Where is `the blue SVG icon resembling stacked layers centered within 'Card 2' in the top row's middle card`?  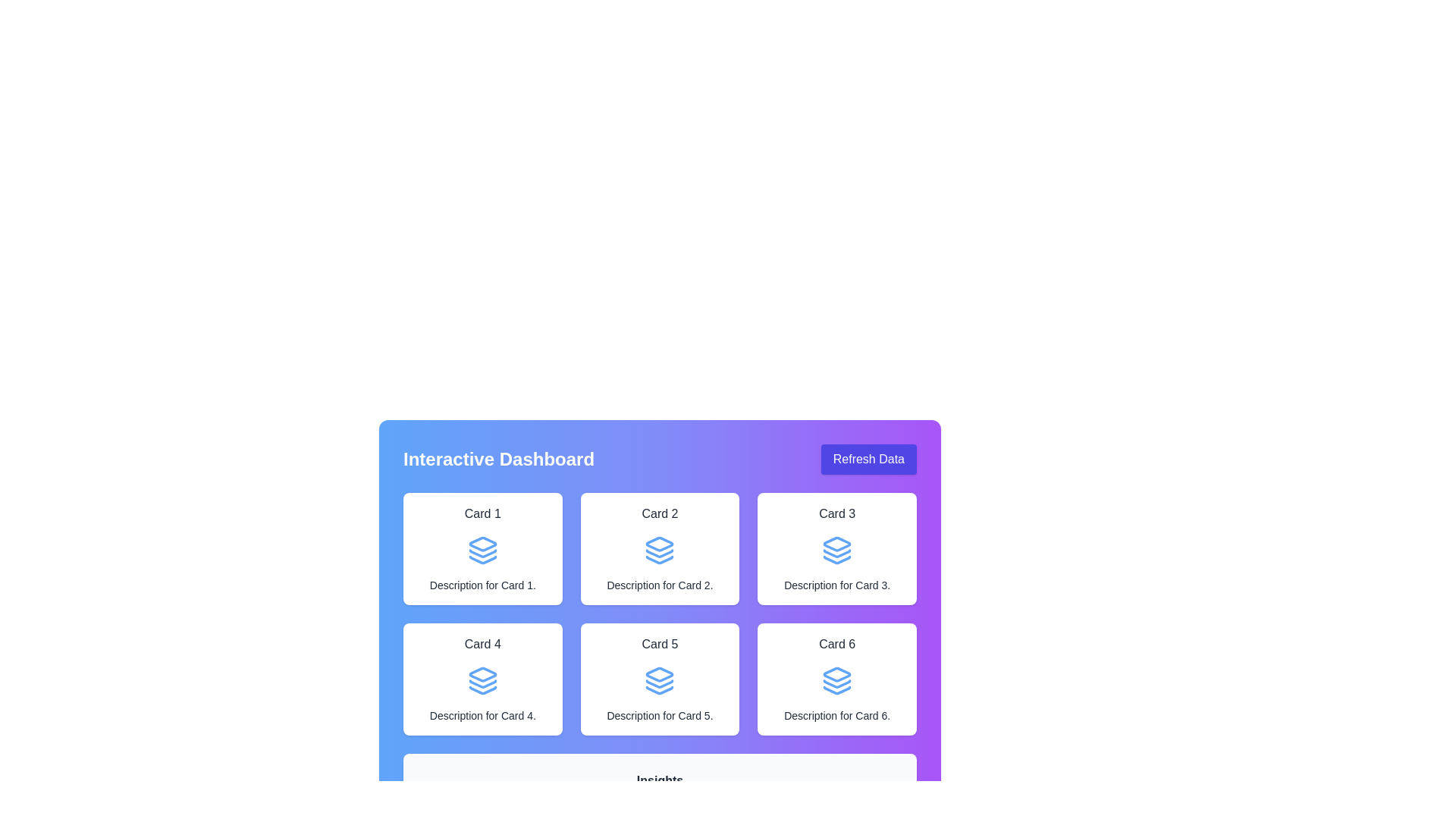
the blue SVG icon resembling stacked layers centered within 'Card 2' in the top row's middle card is located at coordinates (660, 550).